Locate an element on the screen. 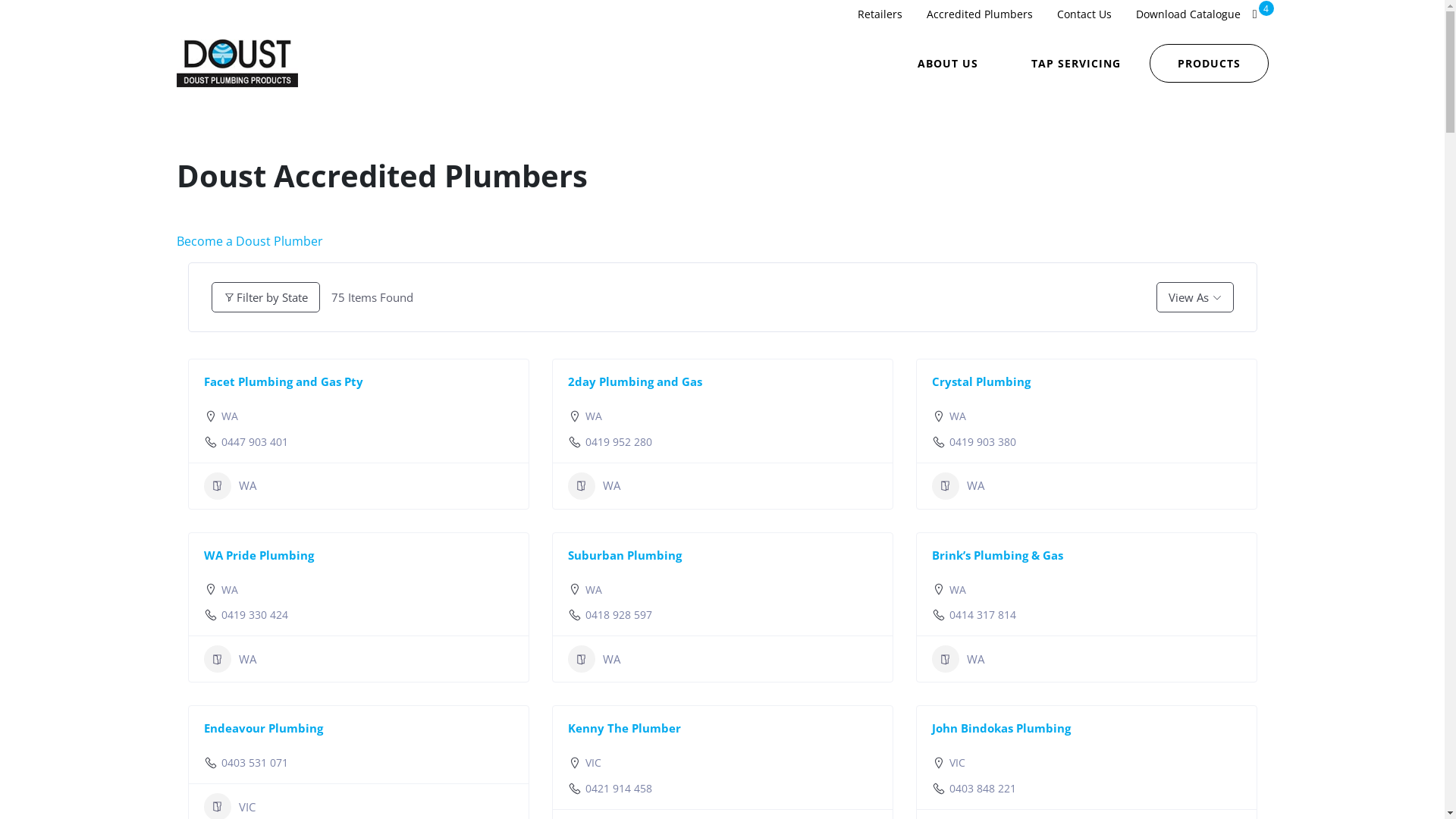 The image size is (1456, 819). '0418 928 597' is located at coordinates (619, 614).